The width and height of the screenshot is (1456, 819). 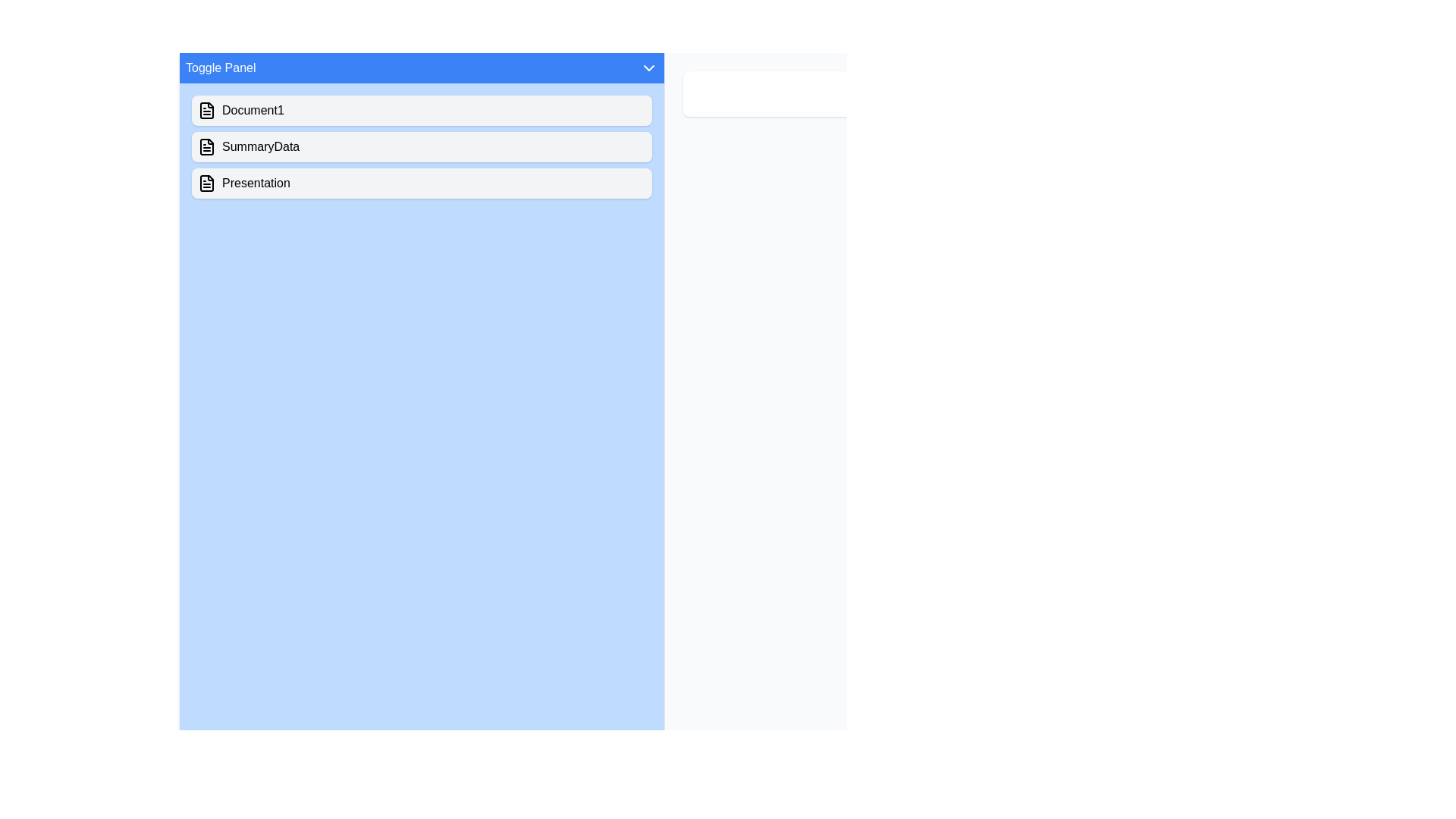 What do you see at coordinates (206, 110) in the screenshot?
I see `the icon representing the first document entry labeled 'Document1' in the vertical list under the 'Toggle Panel' header` at bounding box center [206, 110].